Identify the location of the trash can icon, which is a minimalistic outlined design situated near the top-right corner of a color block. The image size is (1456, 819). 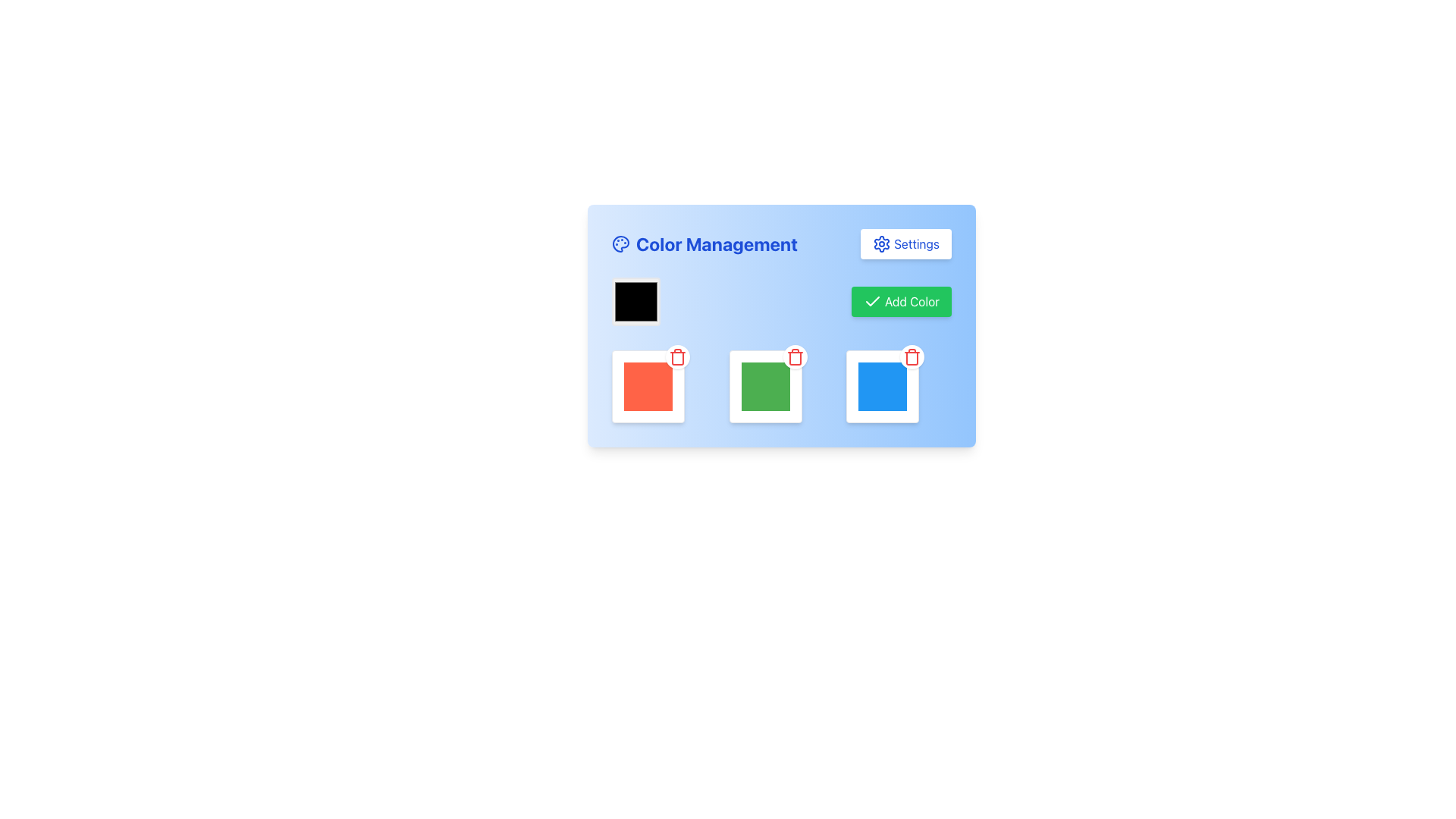
(912, 359).